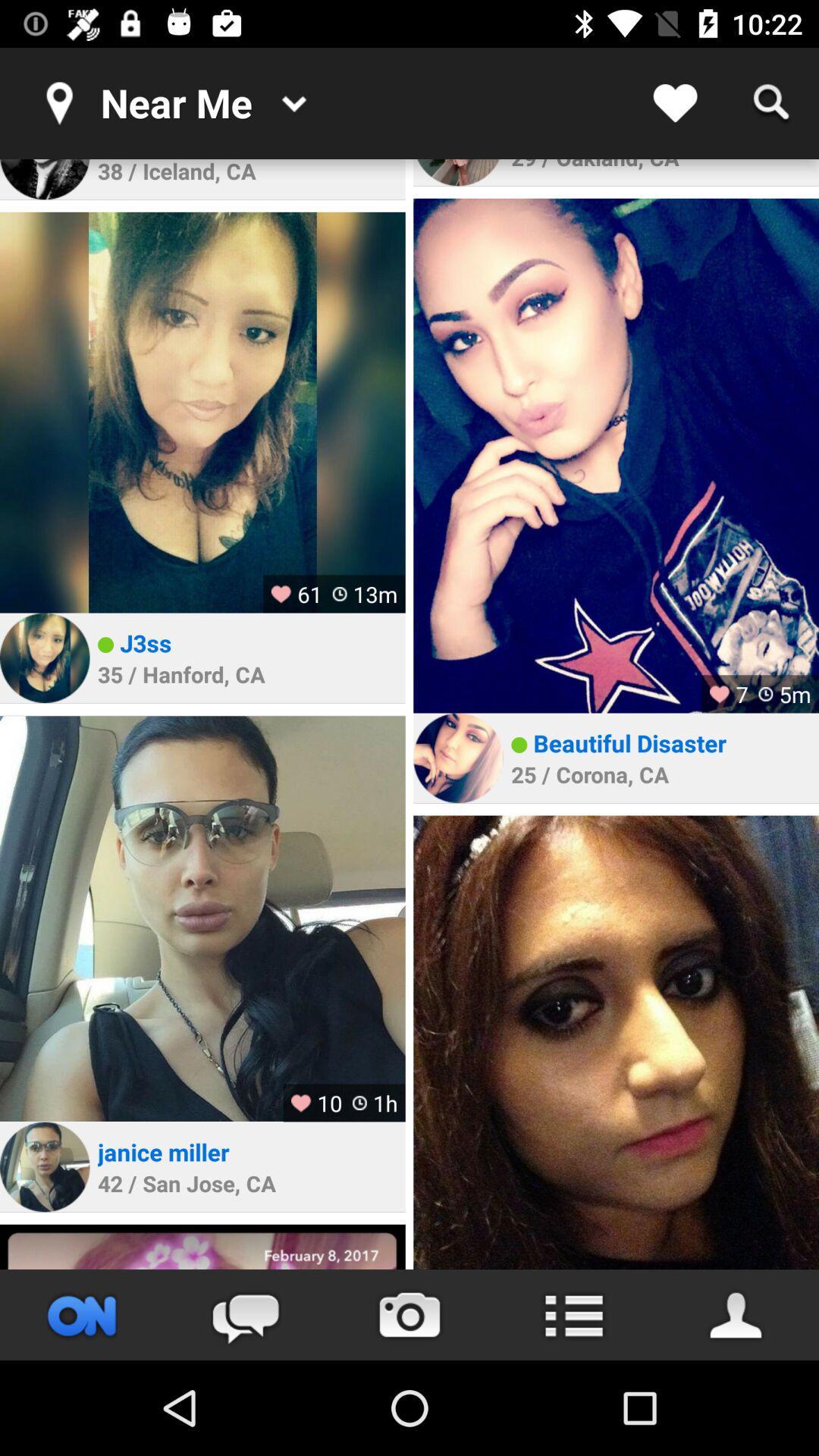 This screenshot has height=1456, width=819. I want to click on switch menu option, so click(573, 1314).